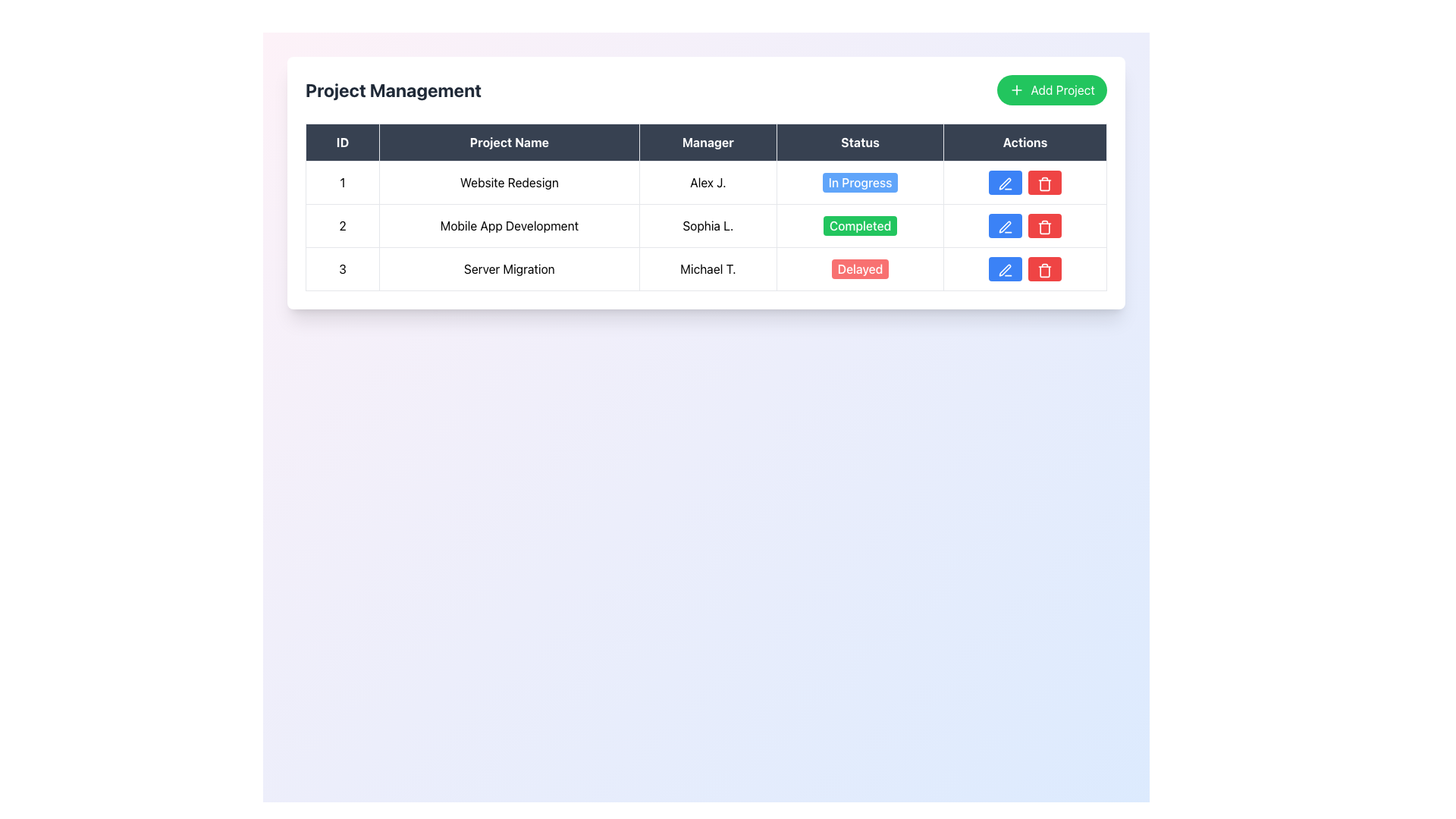 This screenshot has height=819, width=1456. I want to click on the 'Completed' button in the 'Status' column of the project management interface, which is the second button in the row for the project 'Mobile App Development', so click(859, 225).